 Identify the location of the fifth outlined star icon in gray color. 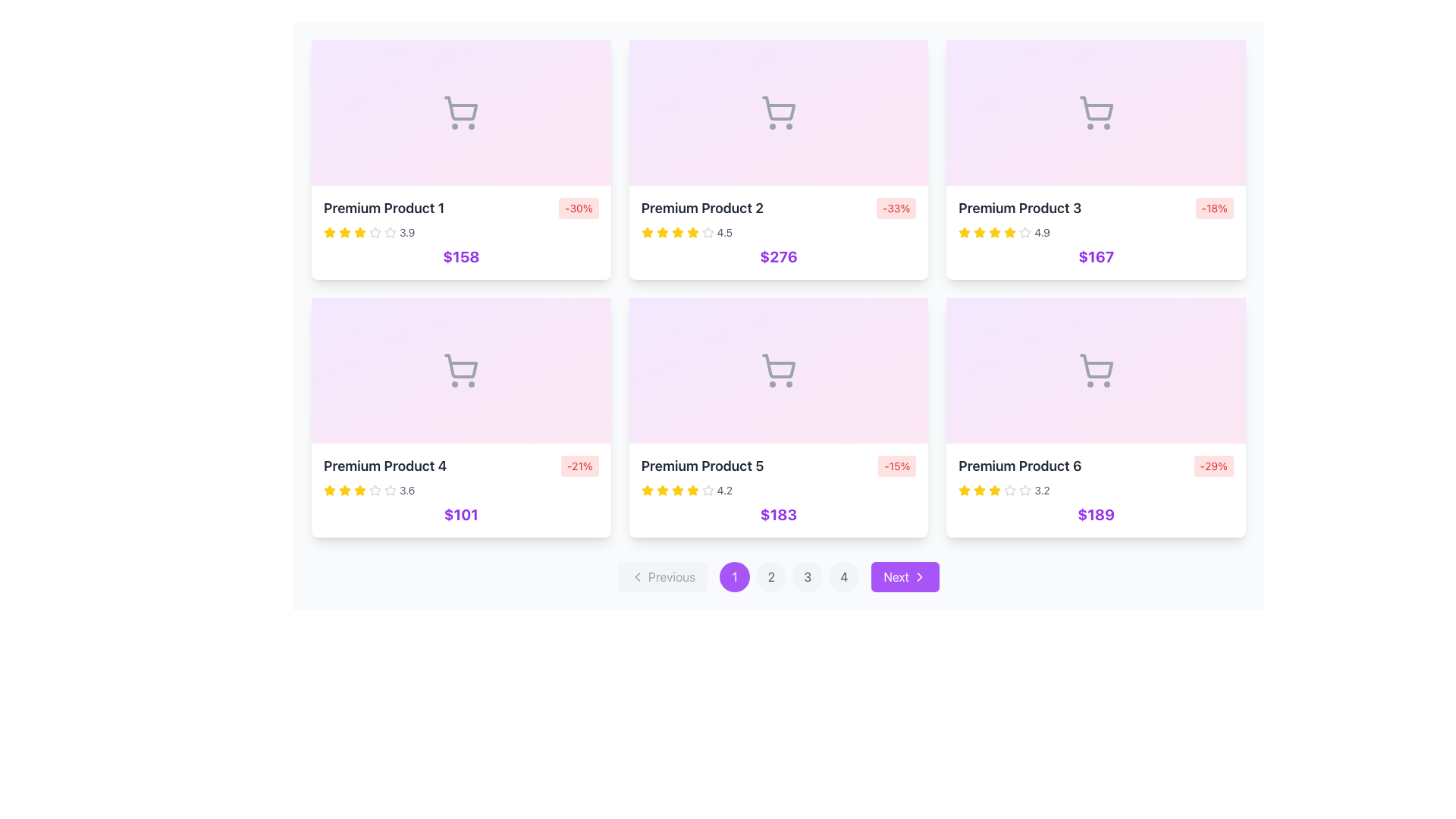
(375, 233).